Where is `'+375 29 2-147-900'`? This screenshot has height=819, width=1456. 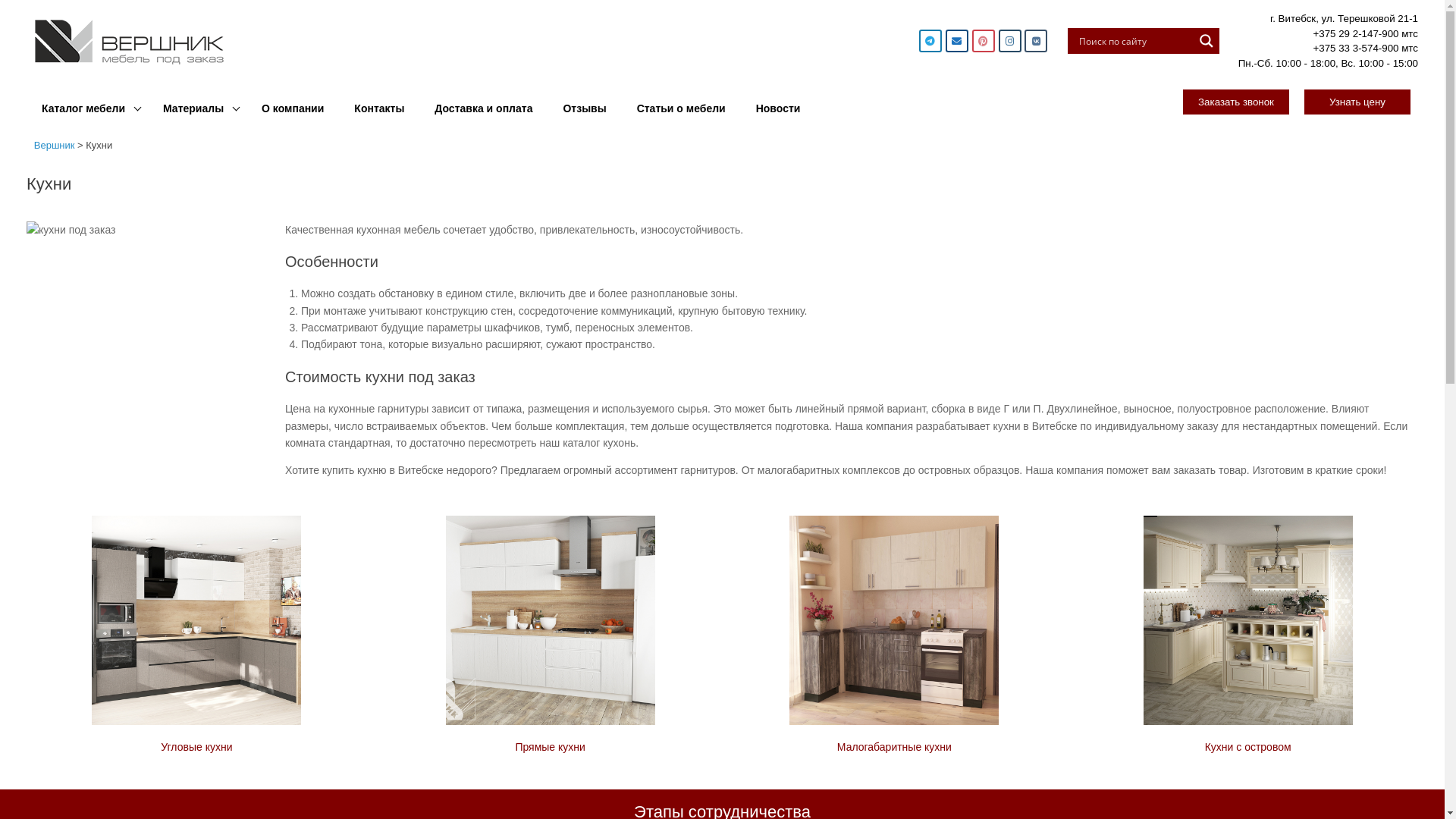 '+375 29 2-147-900' is located at coordinates (1355, 33).